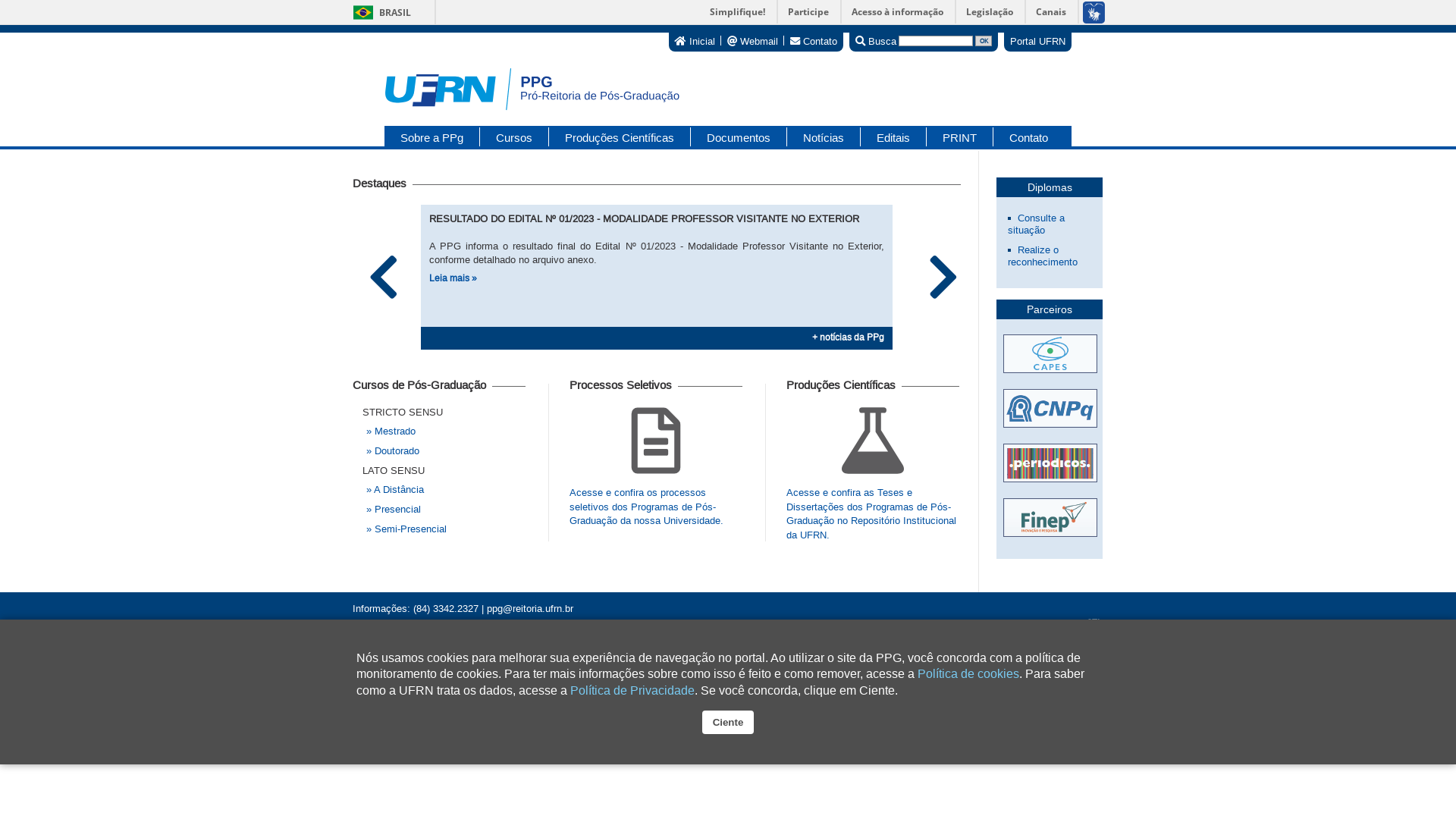 The image size is (1456, 819). What do you see at coordinates (1003, 517) in the screenshot?
I see `'Acessar site da FINEP'` at bounding box center [1003, 517].